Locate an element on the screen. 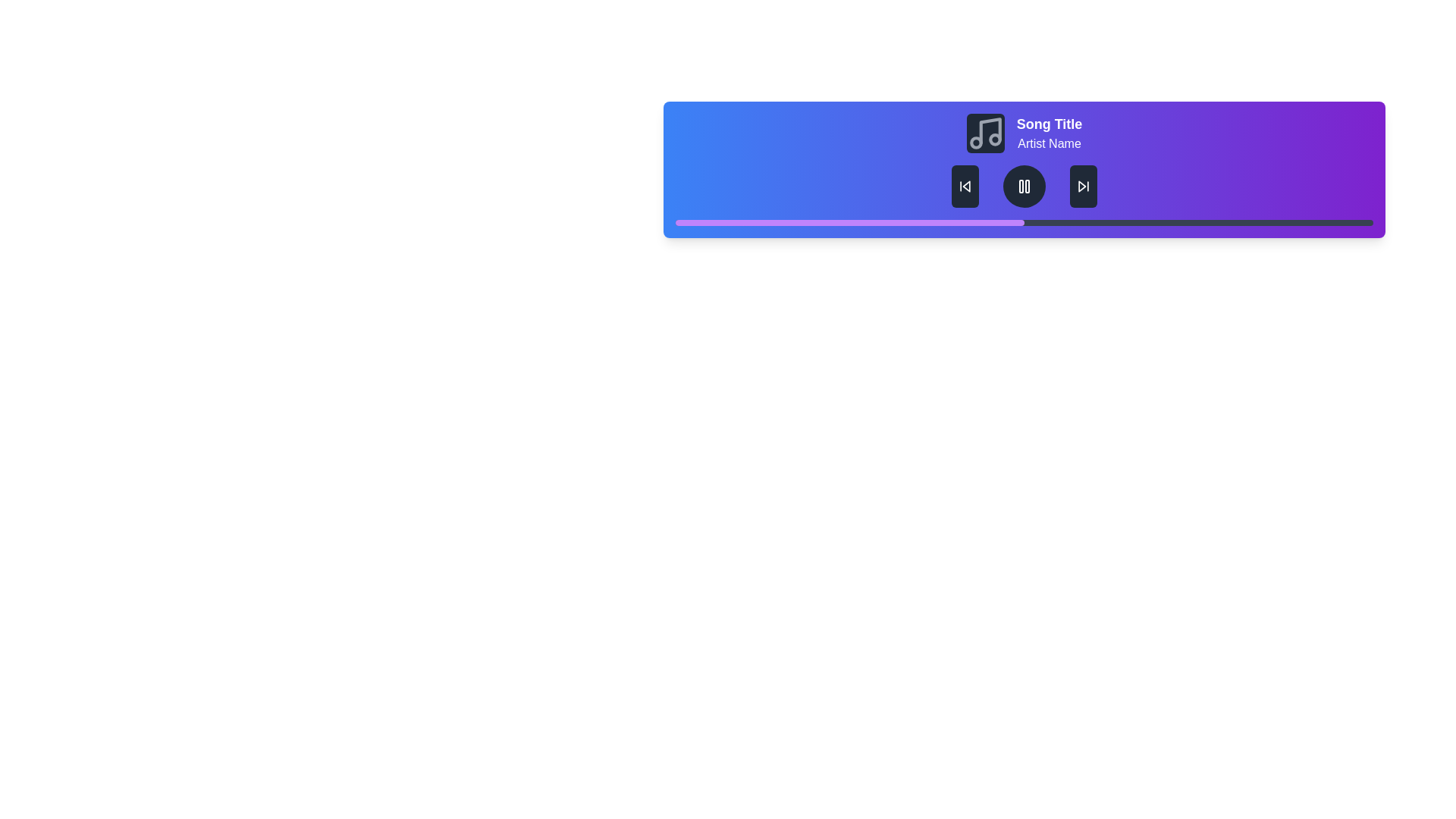 This screenshot has height=819, width=1456. progress is located at coordinates (787, 222).